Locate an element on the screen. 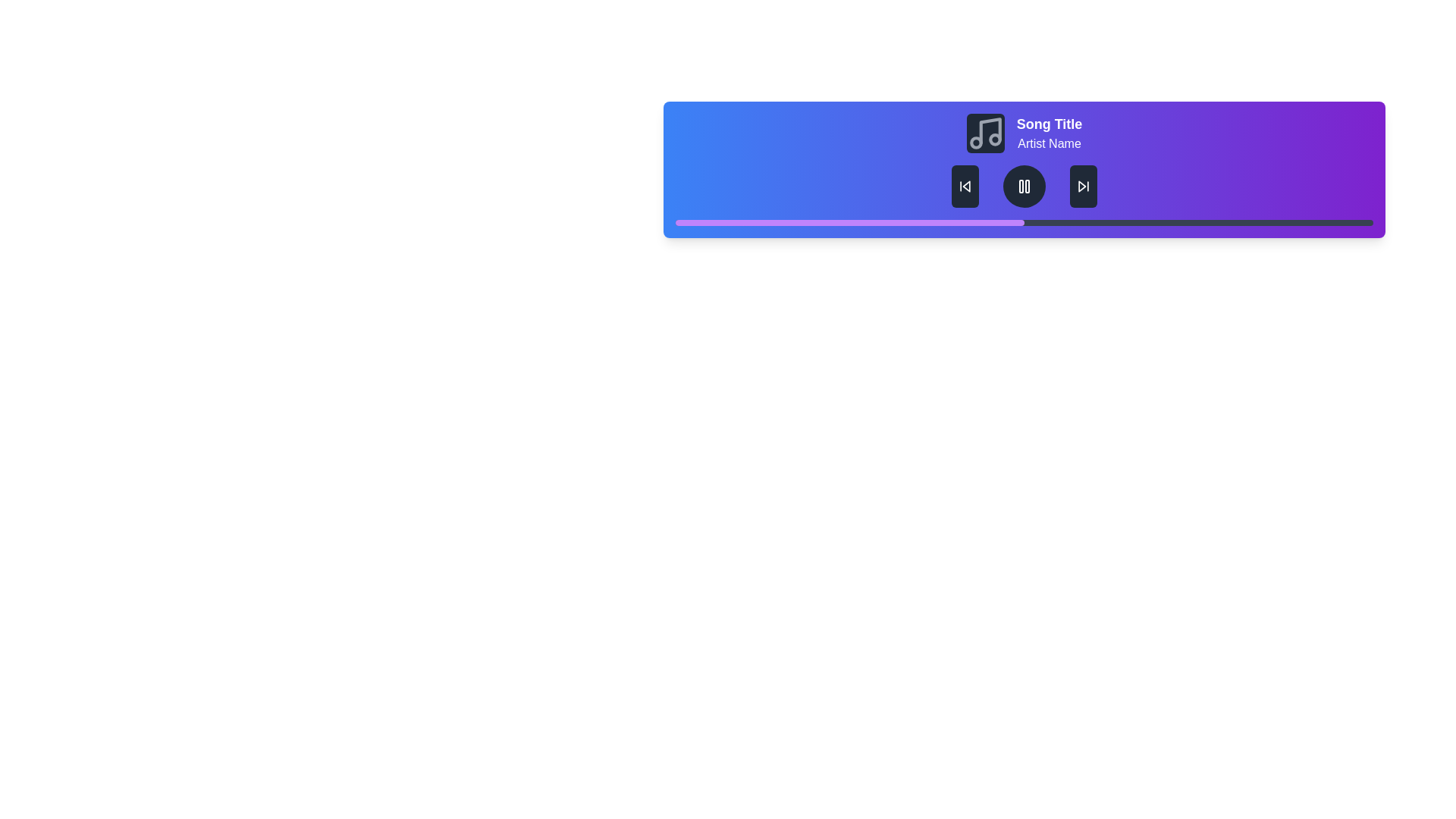 This screenshot has height=819, width=1456. progress is located at coordinates (787, 222).